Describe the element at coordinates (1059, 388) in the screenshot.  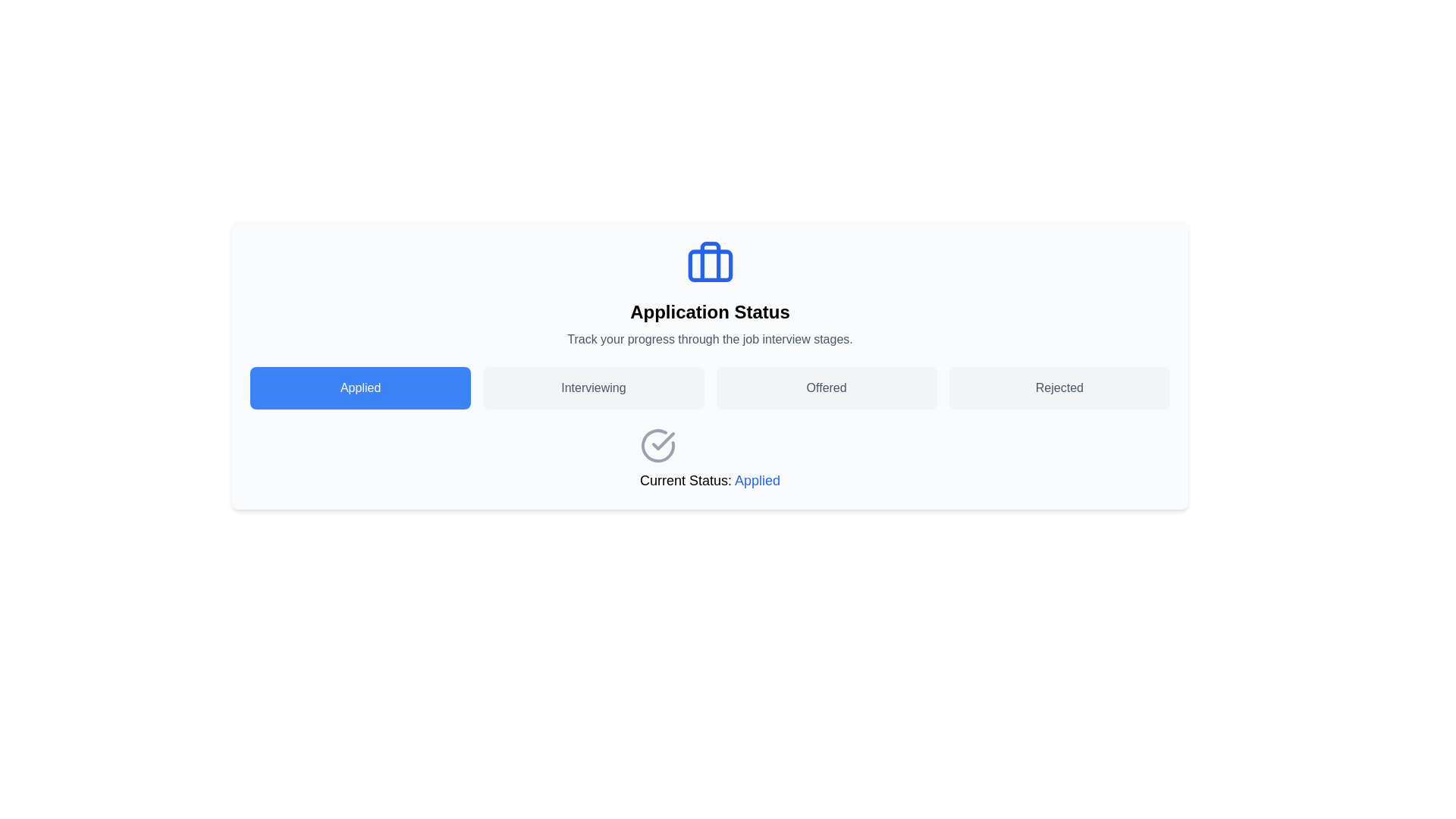
I see `the button labeled 'Rejected' with a light gray background and gray text using keyboard keys` at that location.